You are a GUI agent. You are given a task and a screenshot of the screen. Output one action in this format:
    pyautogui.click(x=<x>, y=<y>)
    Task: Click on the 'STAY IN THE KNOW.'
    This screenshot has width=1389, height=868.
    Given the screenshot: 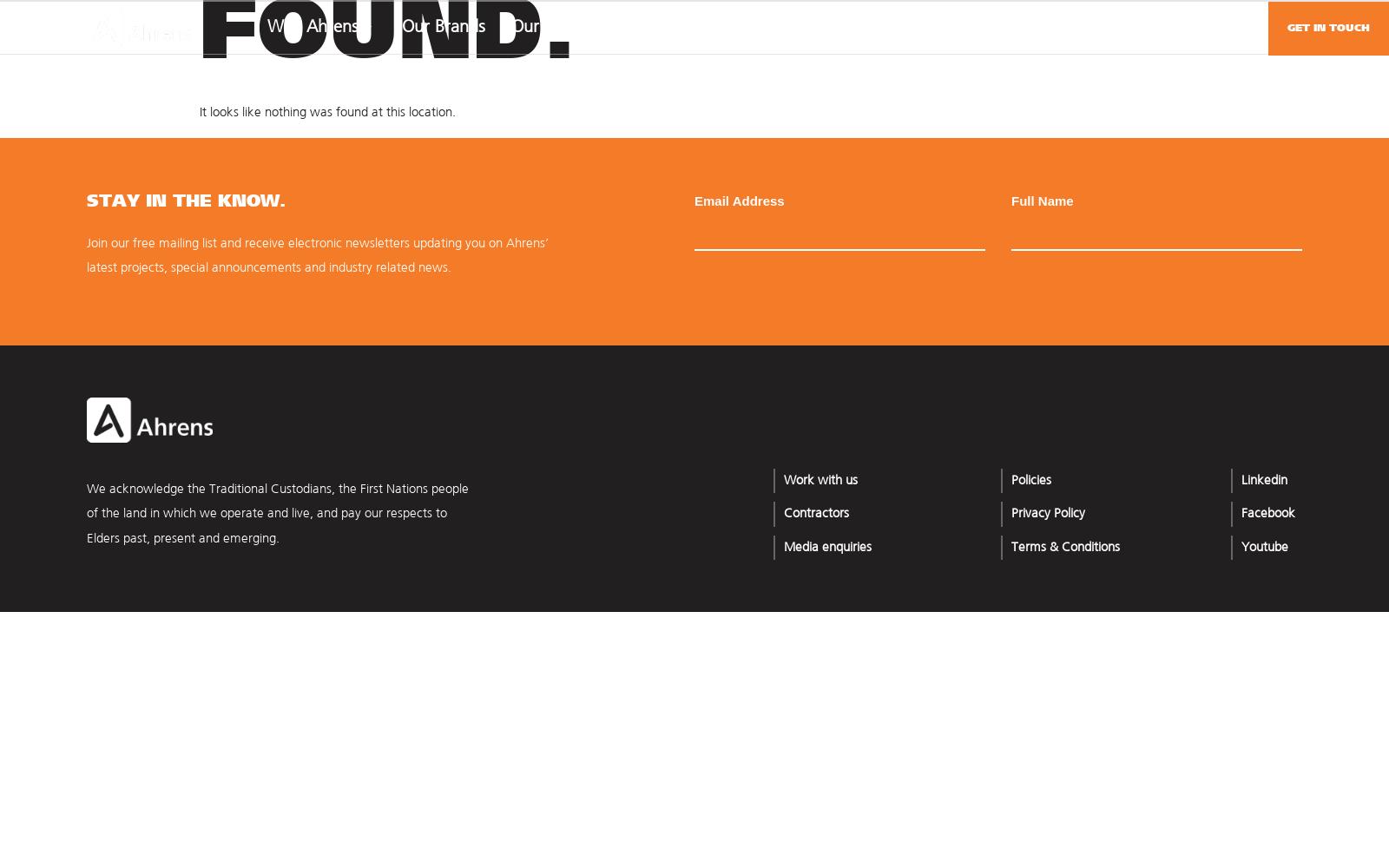 What is the action you would take?
    pyautogui.click(x=186, y=200)
    